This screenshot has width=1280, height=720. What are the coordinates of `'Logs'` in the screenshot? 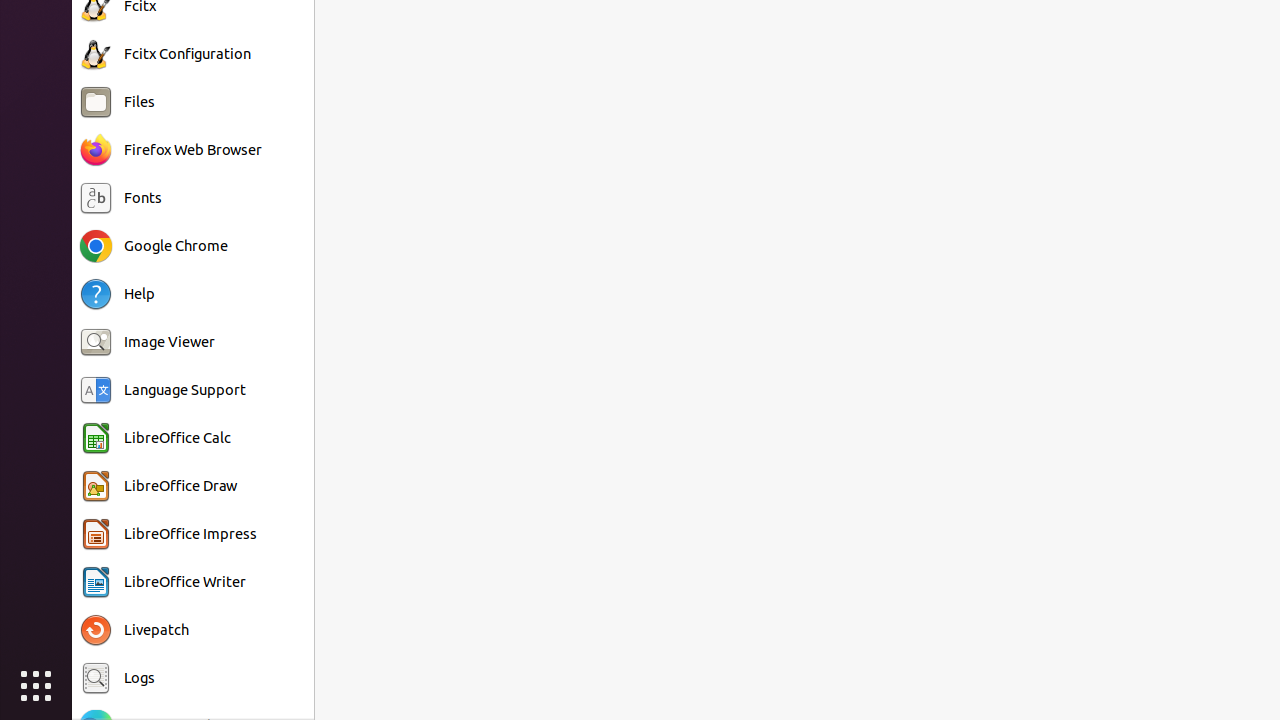 It's located at (138, 677).